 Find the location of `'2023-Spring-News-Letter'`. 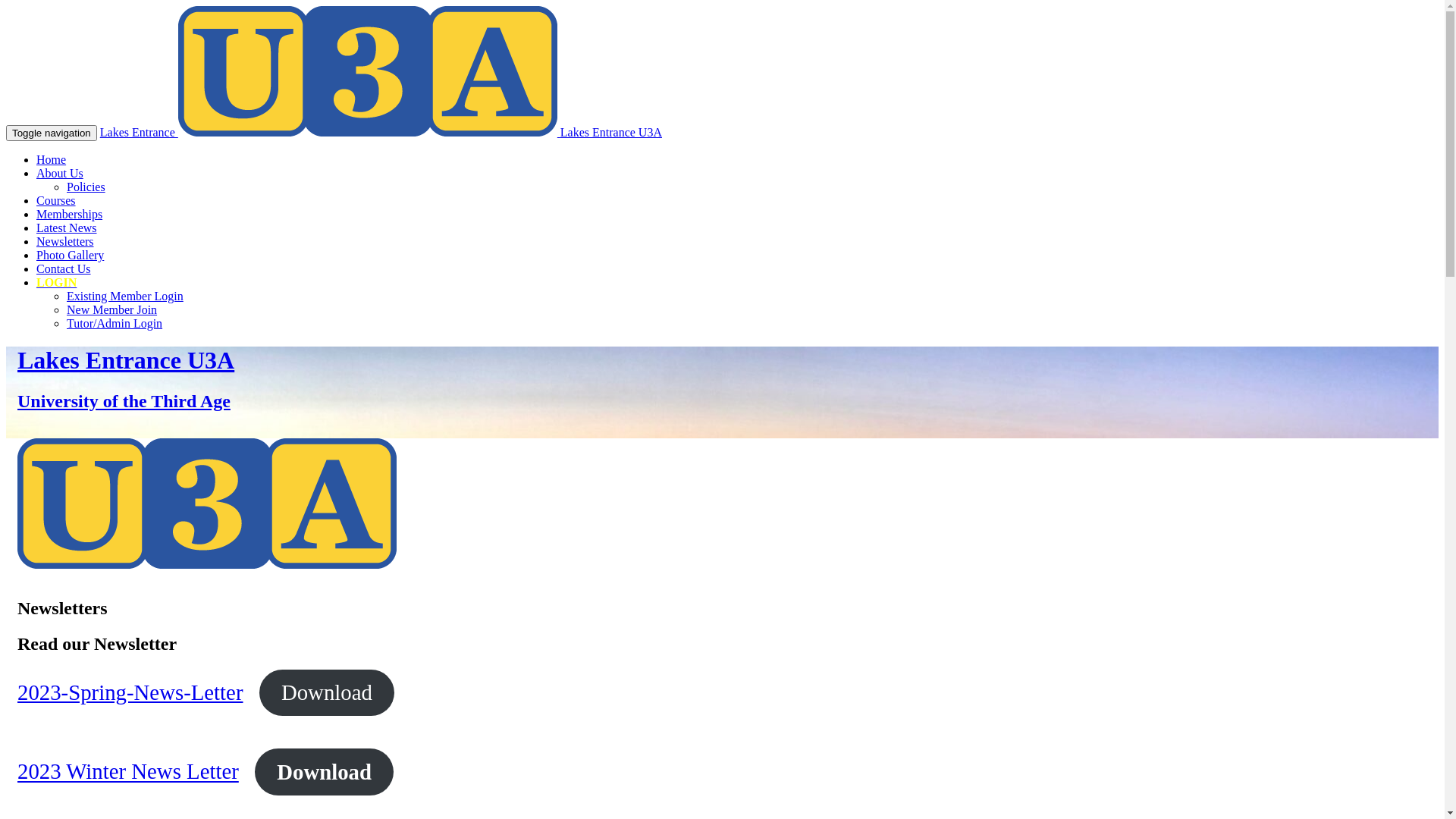

'2023-Spring-News-Letter' is located at coordinates (130, 692).